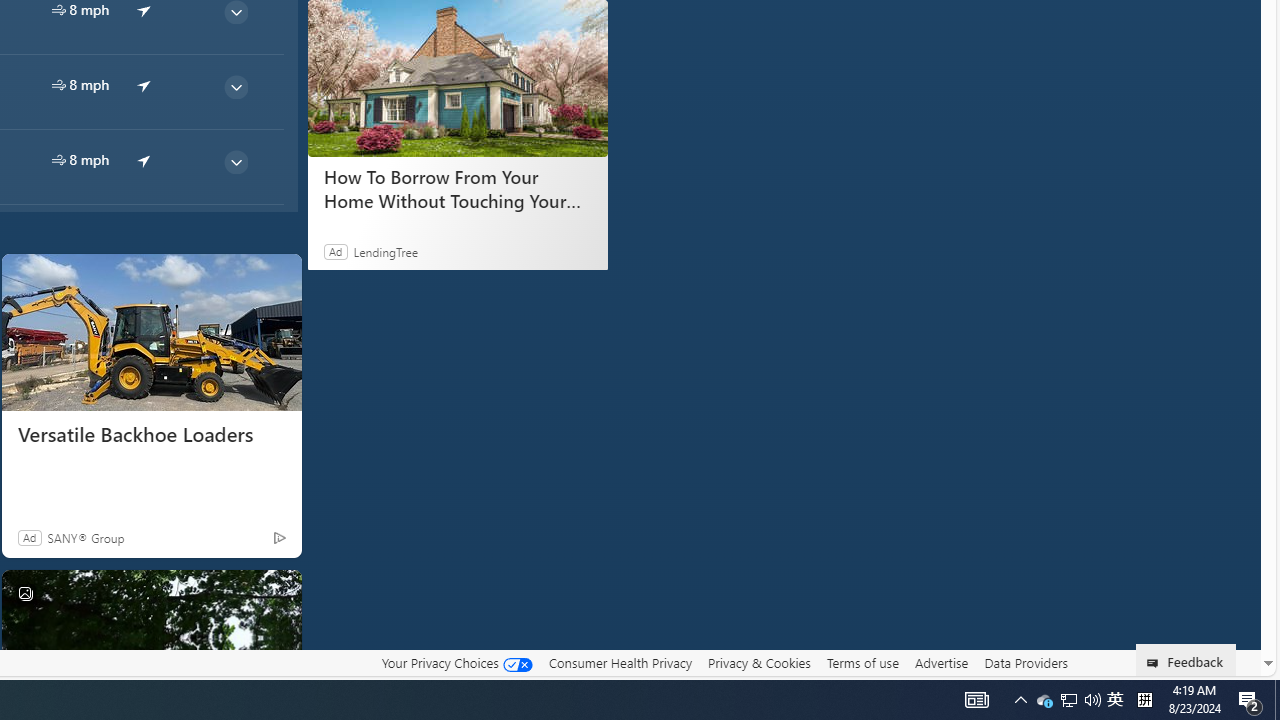 The height and width of the screenshot is (720, 1280). Describe the element at coordinates (1156, 663) in the screenshot. I see `'Class: feedback_link_icon-DS-EntryPoint1-1'` at that location.